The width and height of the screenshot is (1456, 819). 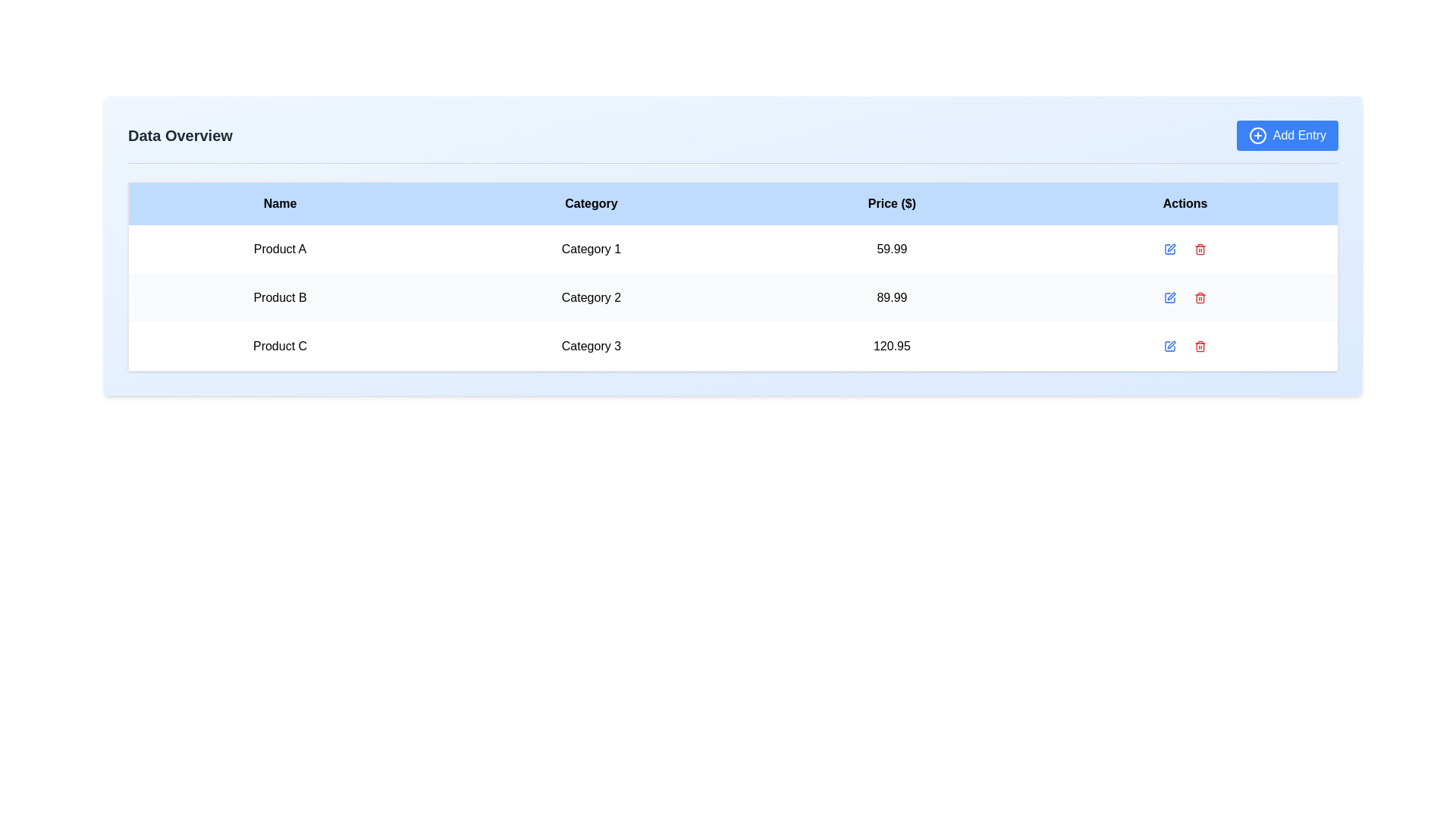 I want to click on the static Text label displaying the category information for 'Product C' located in the third row of the table within the 'Category' column, so click(x=590, y=347).